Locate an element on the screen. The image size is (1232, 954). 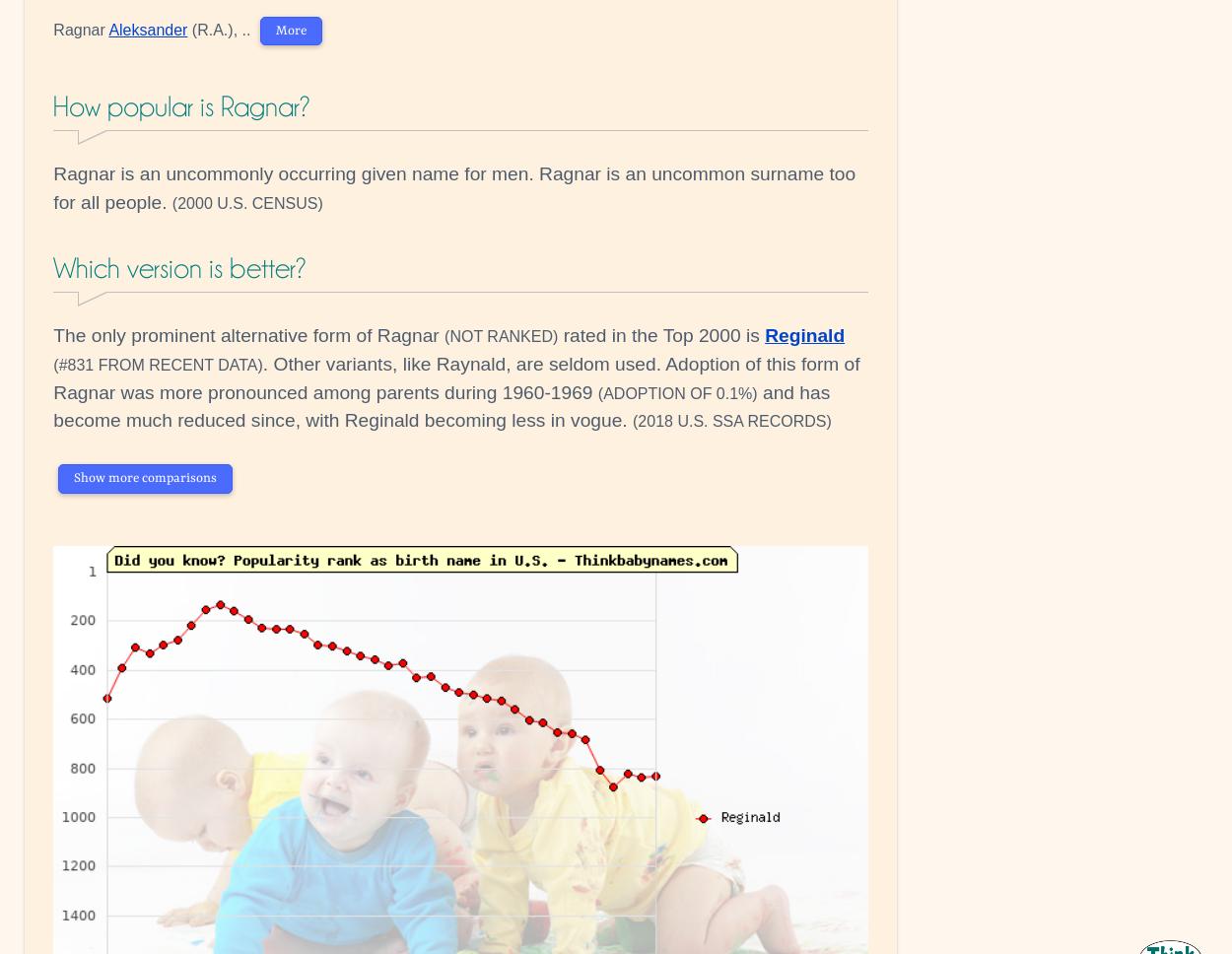
'(2018 U.S. SSA RECORDS)' is located at coordinates (731, 421).